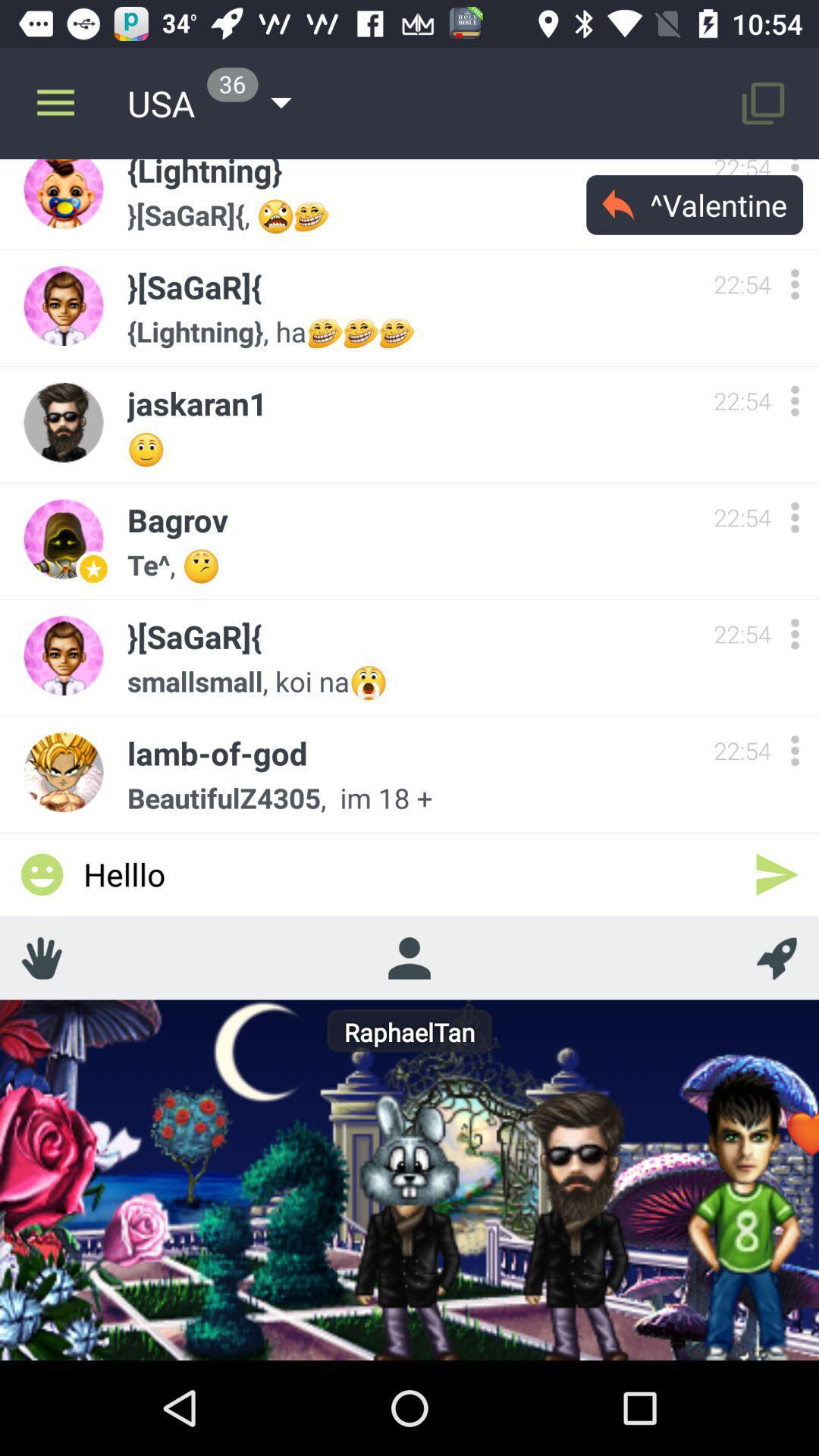 This screenshot has height=1456, width=819. Describe the element at coordinates (777, 874) in the screenshot. I see `the send icon` at that location.